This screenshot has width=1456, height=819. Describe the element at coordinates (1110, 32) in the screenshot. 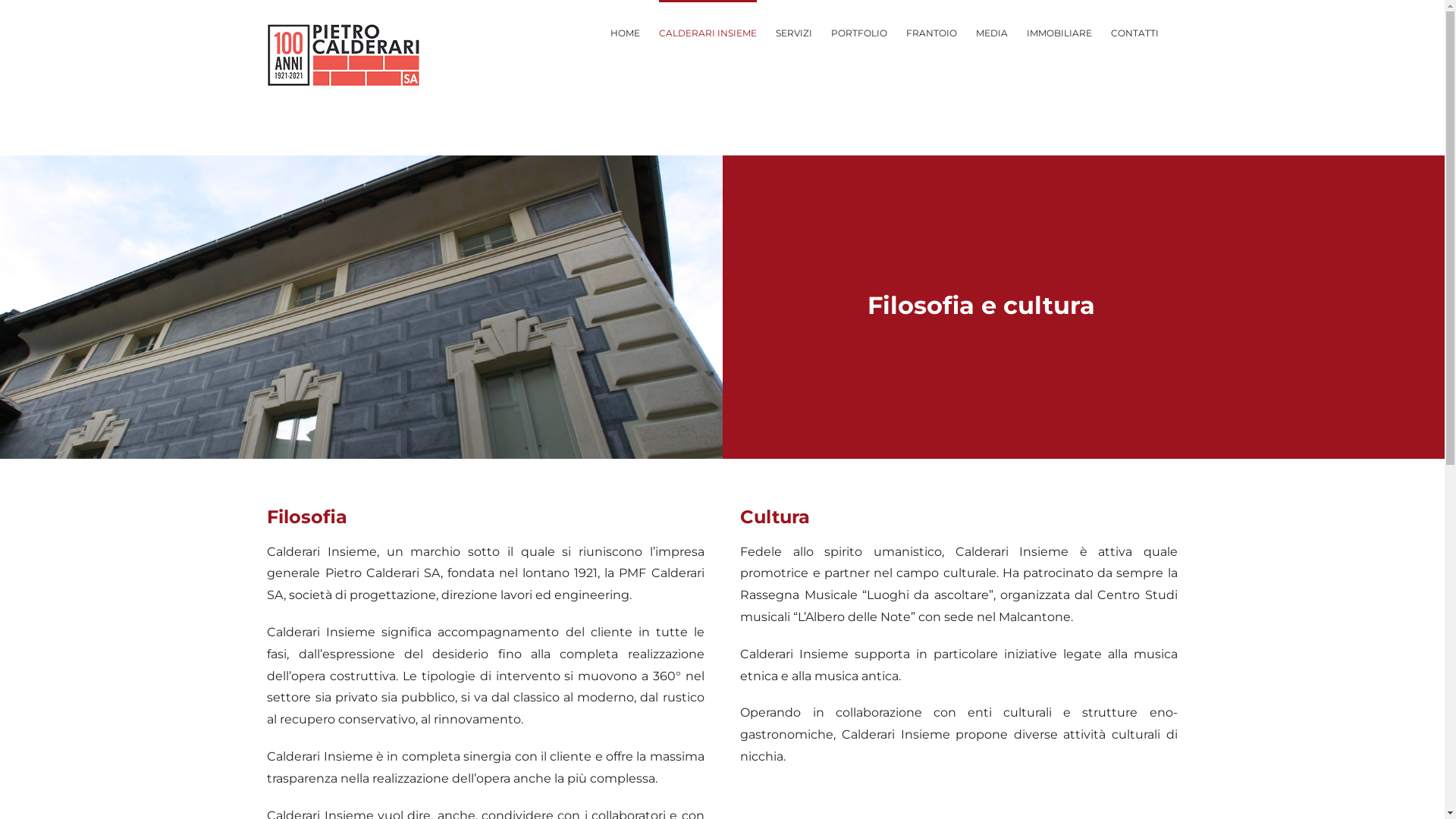

I see `'CONTATTI'` at that location.